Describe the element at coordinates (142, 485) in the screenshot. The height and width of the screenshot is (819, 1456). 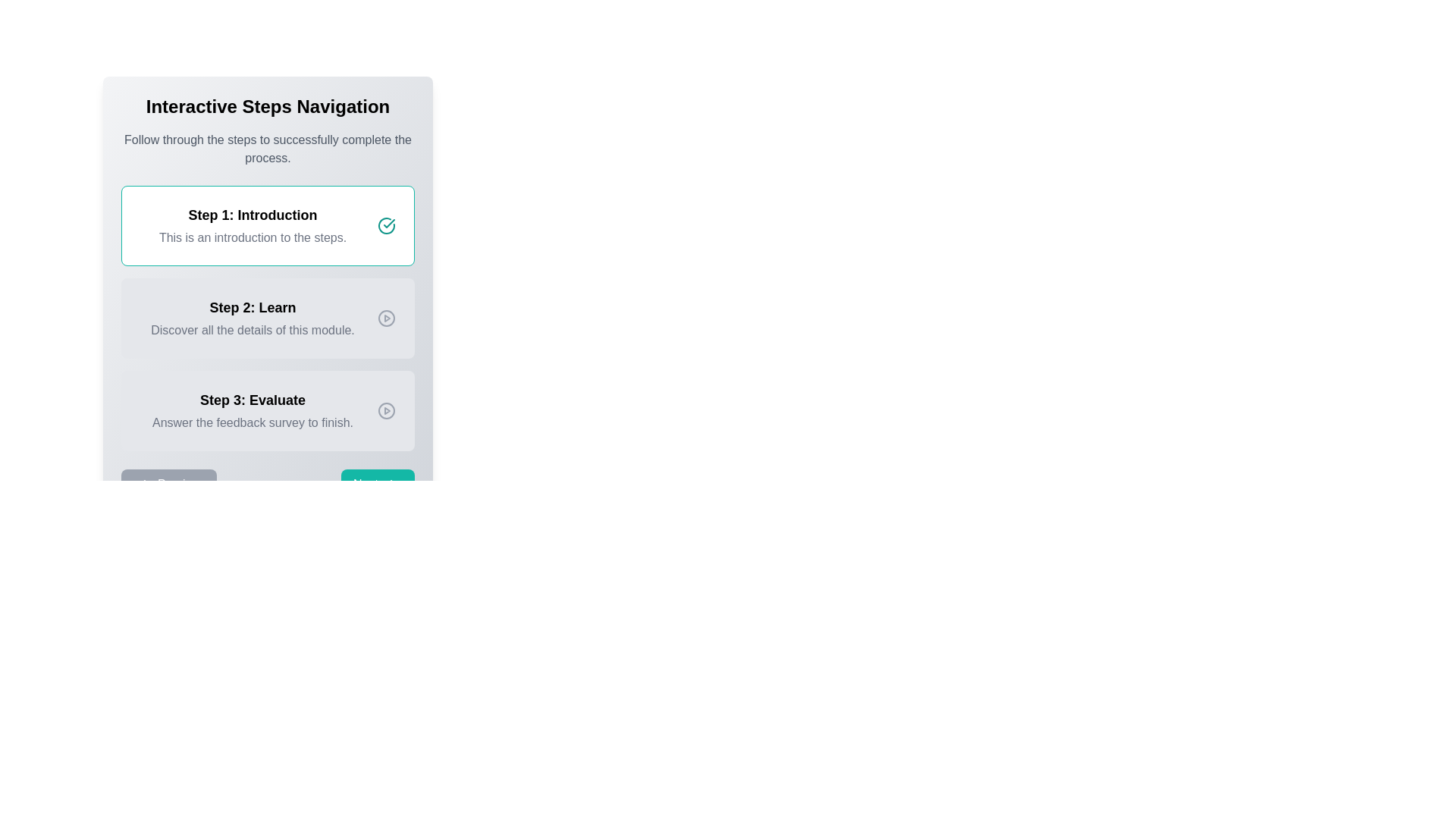
I see `the backward navigation icon located at the far left of the 'Previous' button in the bottom-left part of the interface` at that location.